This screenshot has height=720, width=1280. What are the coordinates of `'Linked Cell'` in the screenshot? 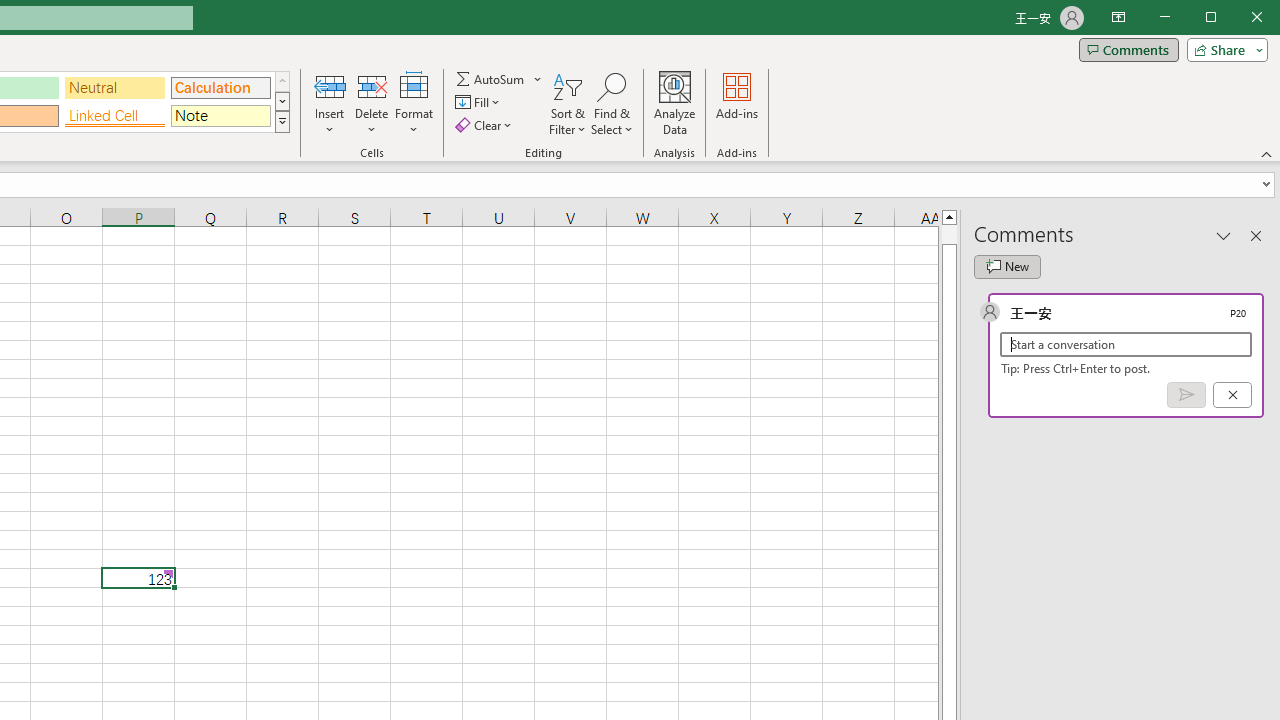 It's located at (113, 116).